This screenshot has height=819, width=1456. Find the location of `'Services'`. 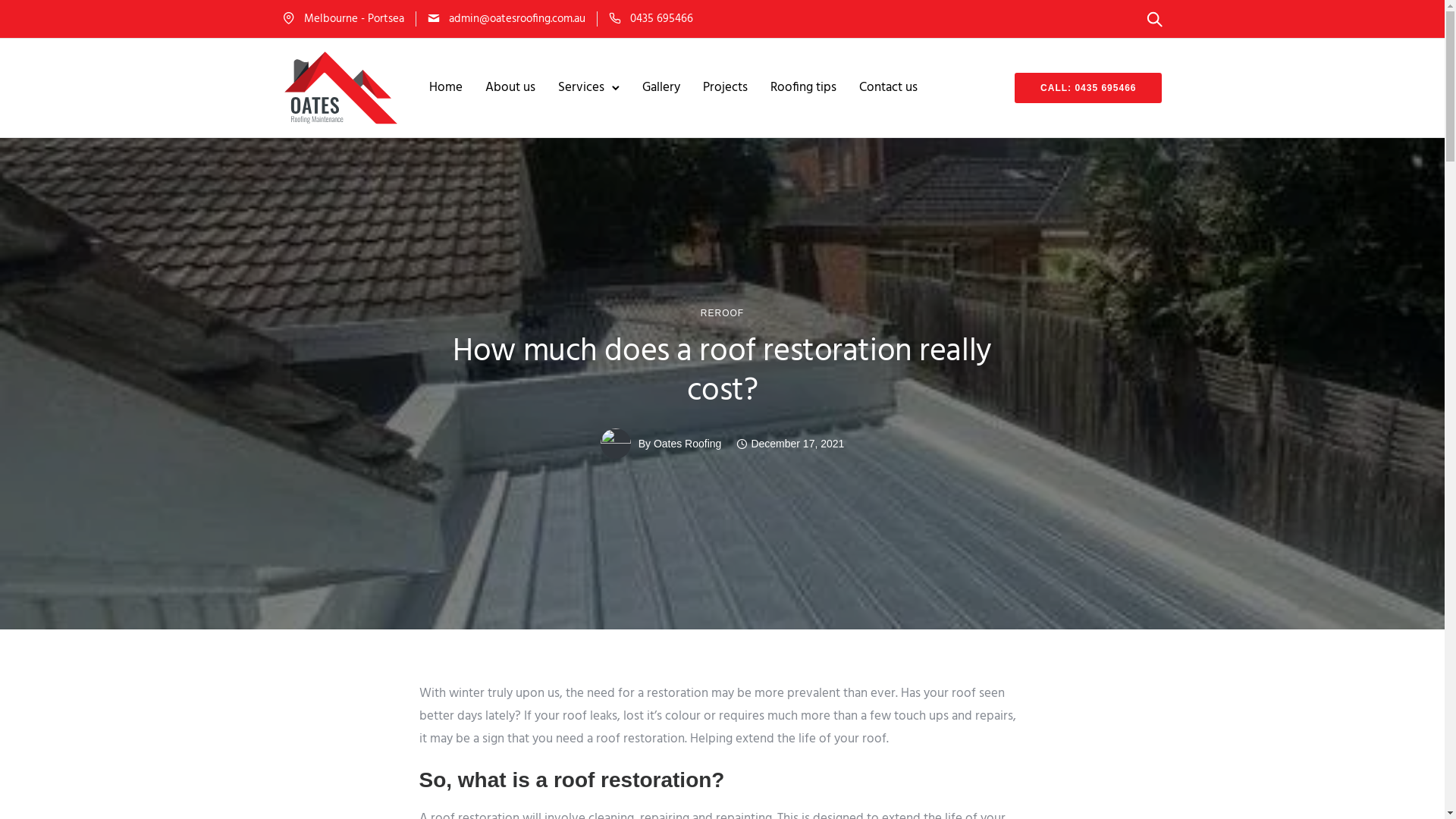

'Services' is located at coordinates (580, 87).